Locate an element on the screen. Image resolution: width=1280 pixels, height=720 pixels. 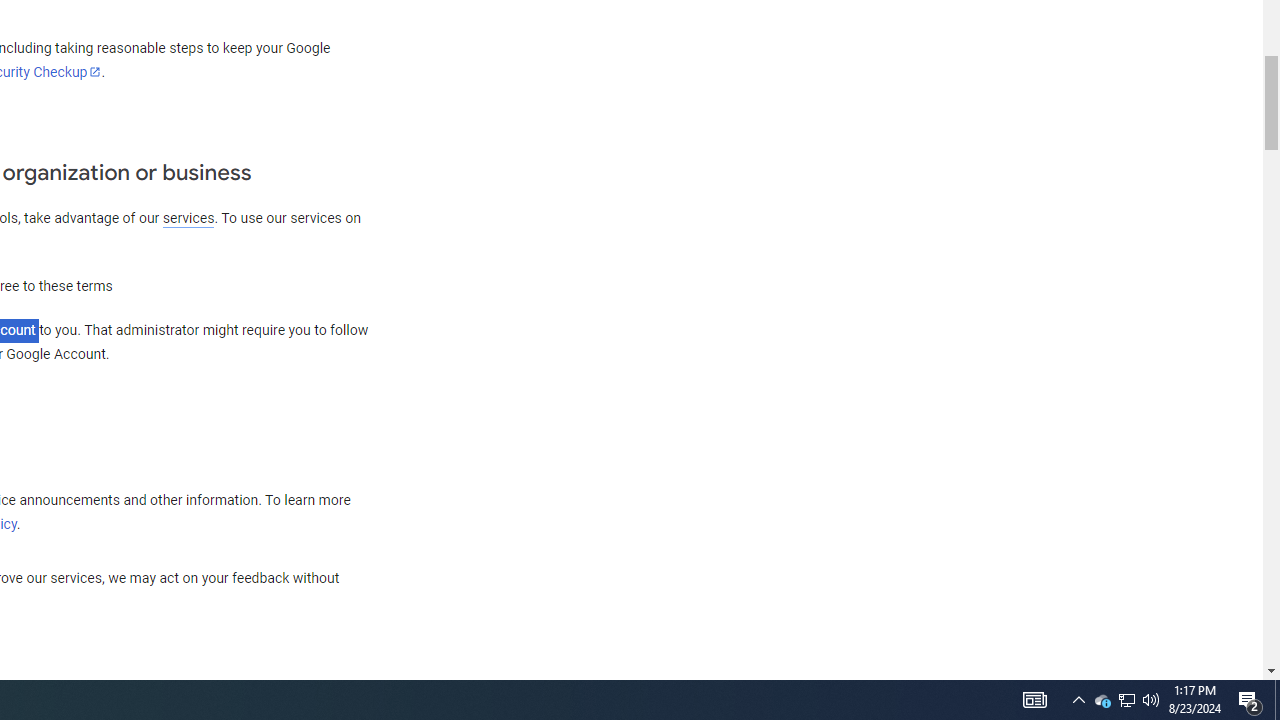
'services' is located at coordinates (188, 218).